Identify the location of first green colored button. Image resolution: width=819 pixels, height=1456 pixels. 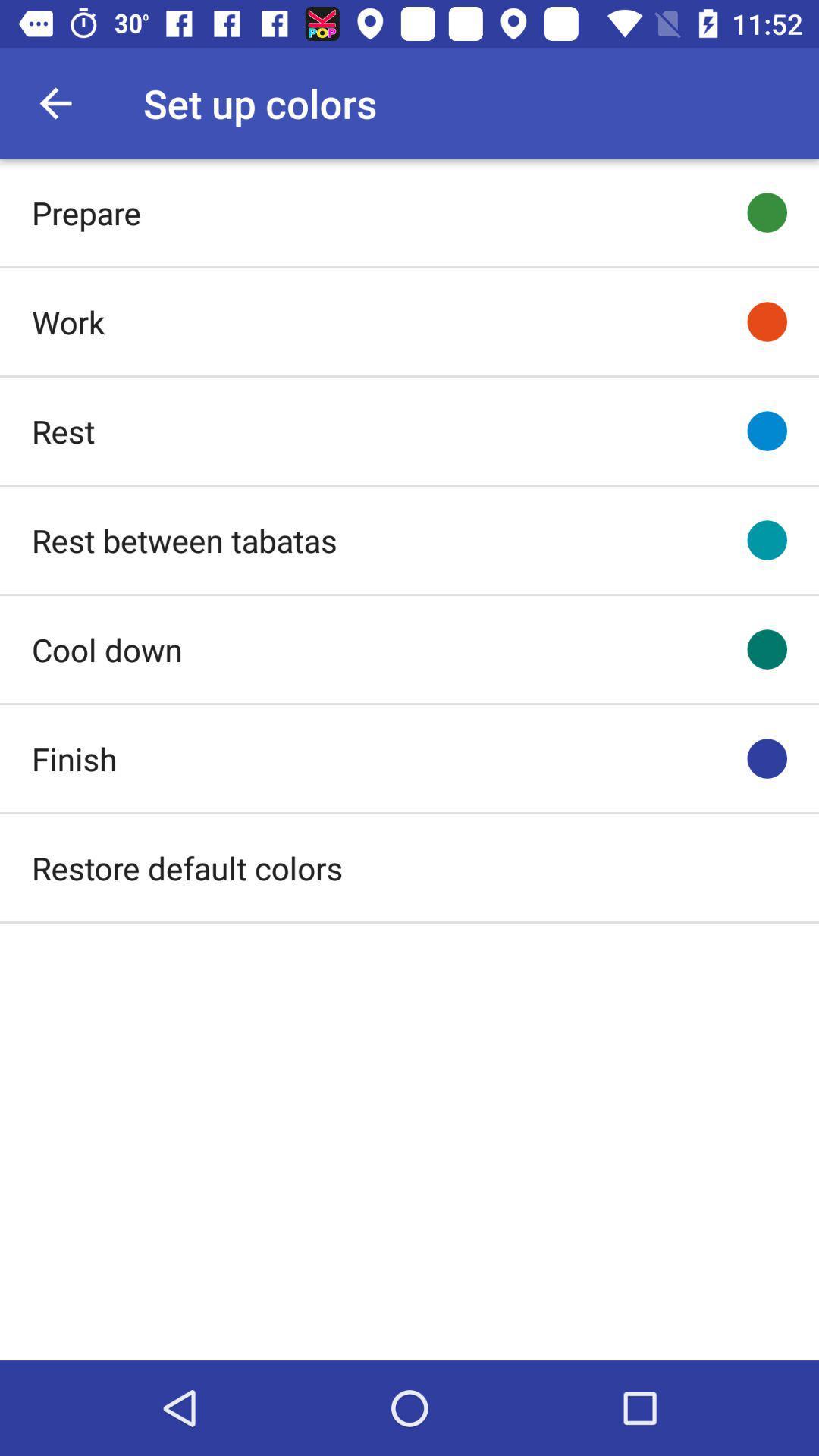
(767, 212).